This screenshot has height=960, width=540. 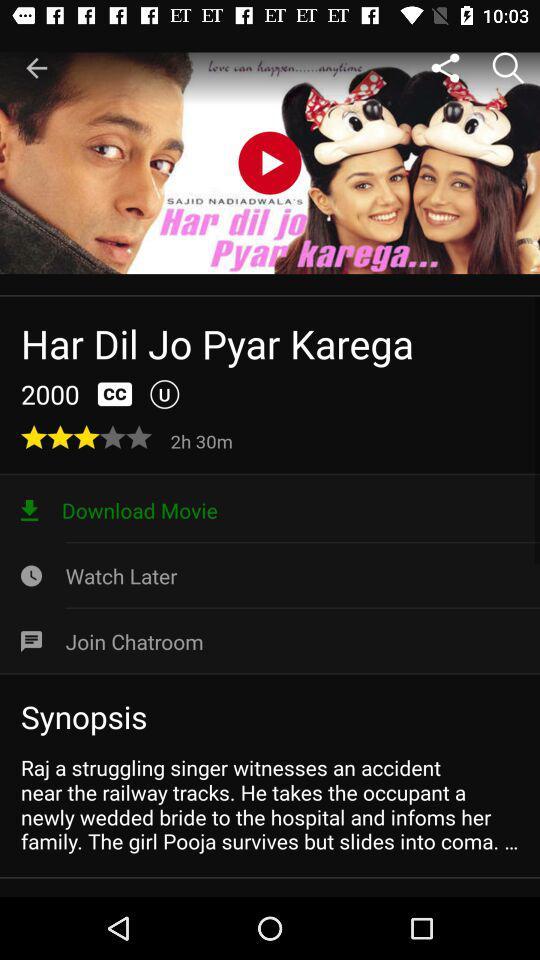 I want to click on icon above synopsis, so click(x=270, y=640).